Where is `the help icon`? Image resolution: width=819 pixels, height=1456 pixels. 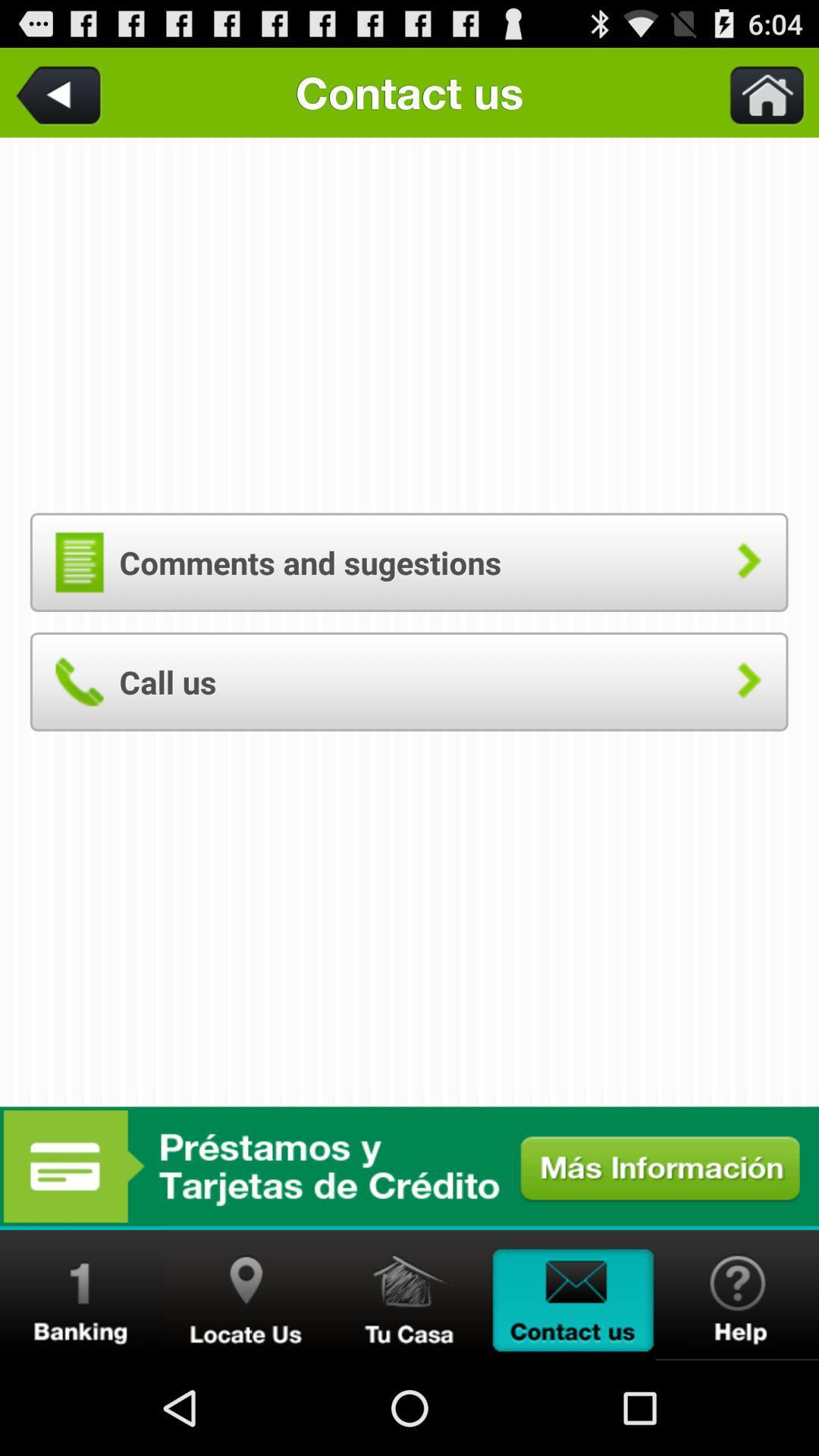
the help icon is located at coordinates (736, 1386).